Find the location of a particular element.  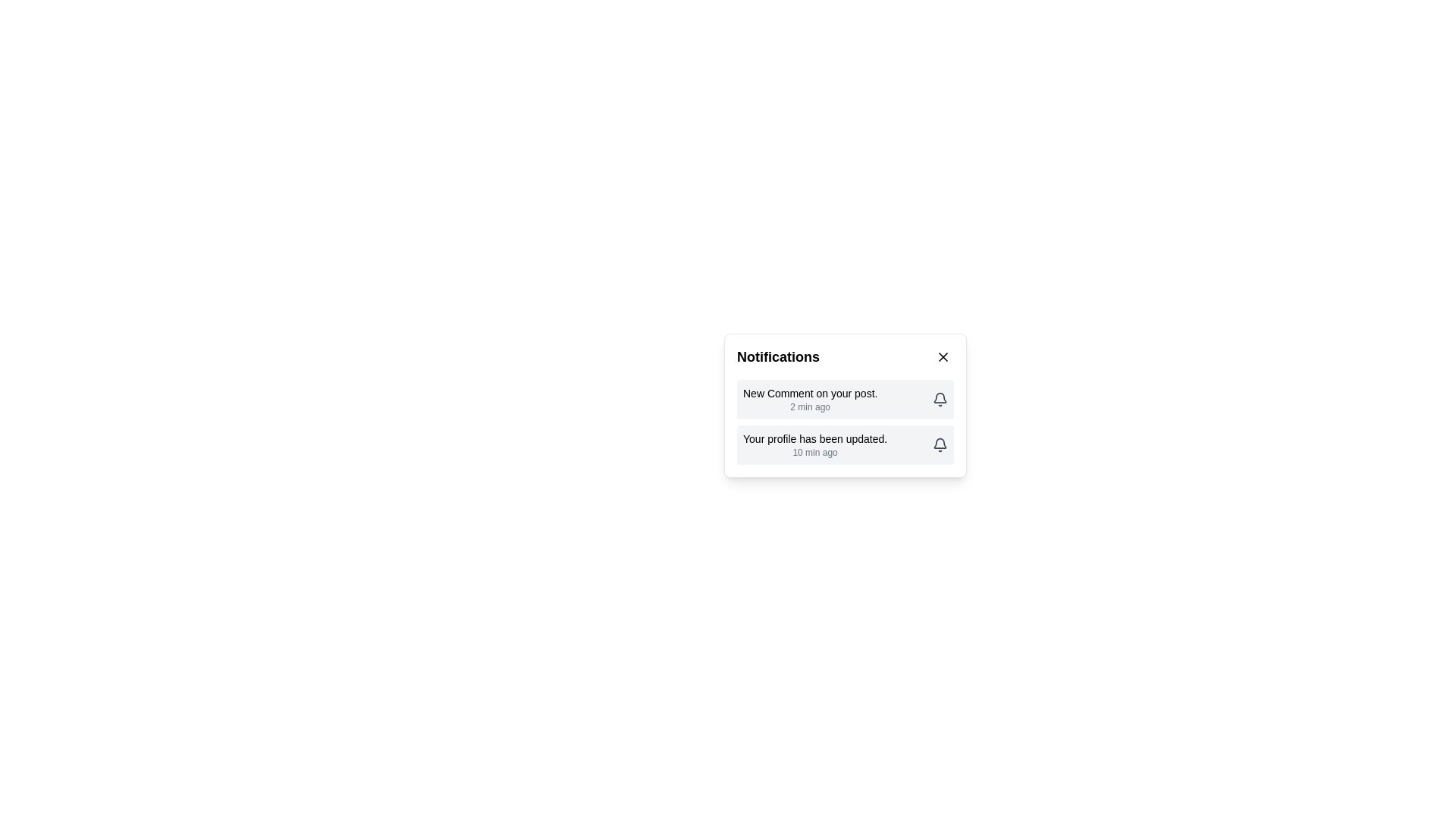

timestamp label displaying '10 min ago' located beneath the 'Your profile has been updated.' notification is located at coordinates (814, 452).